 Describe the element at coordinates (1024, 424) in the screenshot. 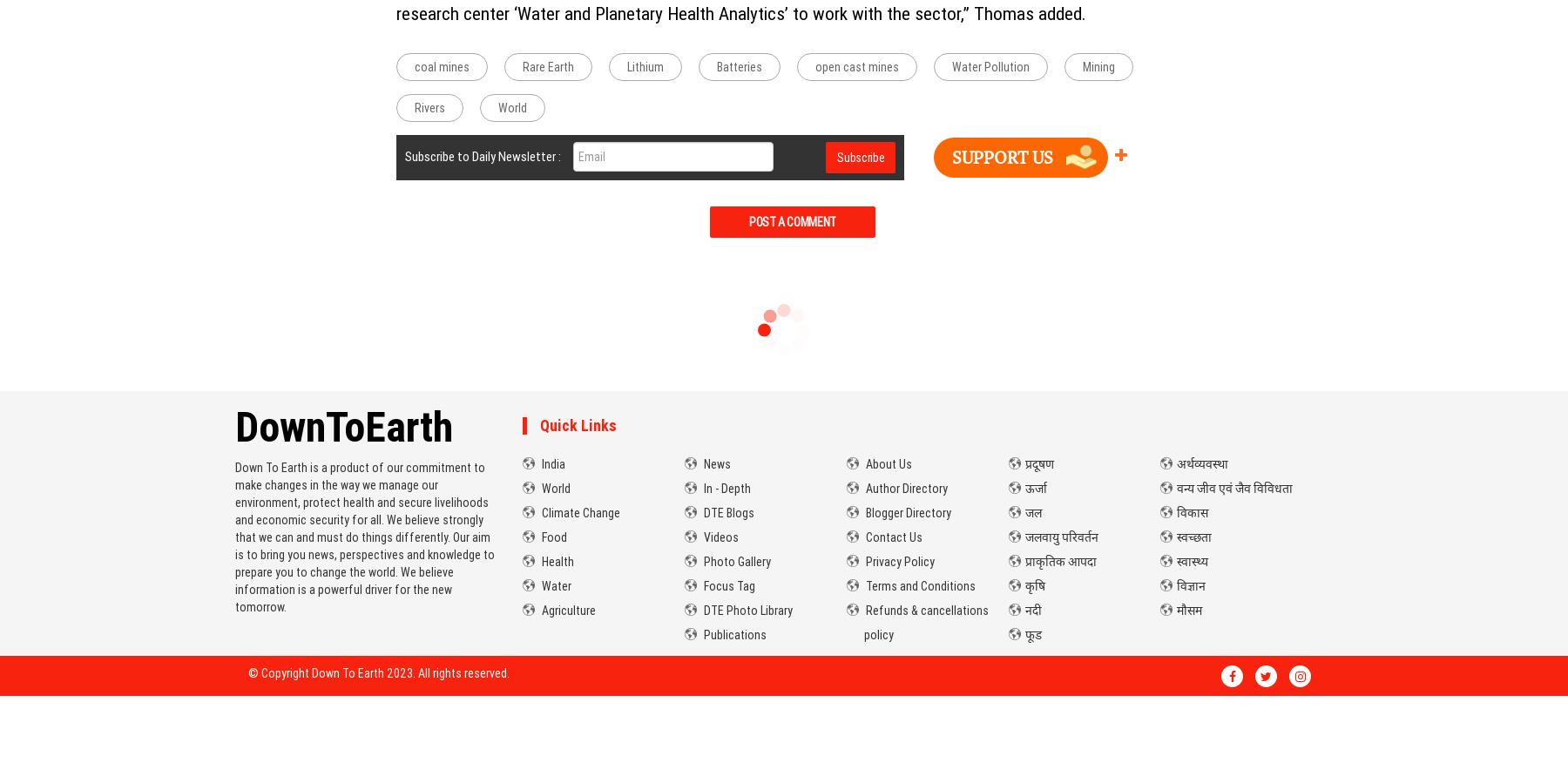

I see `'Hindi'` at that location.